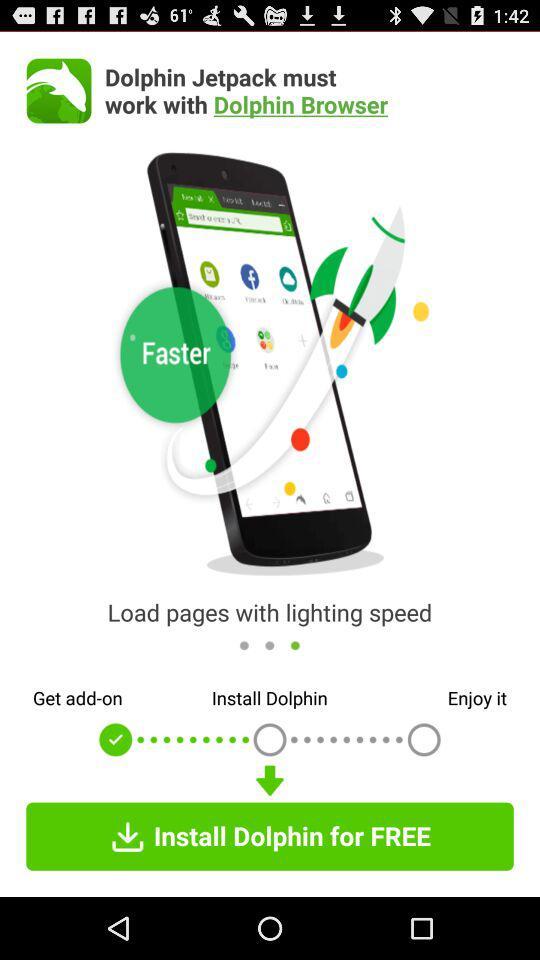  I want to click on the item at the top left corner, so click(59, 90).